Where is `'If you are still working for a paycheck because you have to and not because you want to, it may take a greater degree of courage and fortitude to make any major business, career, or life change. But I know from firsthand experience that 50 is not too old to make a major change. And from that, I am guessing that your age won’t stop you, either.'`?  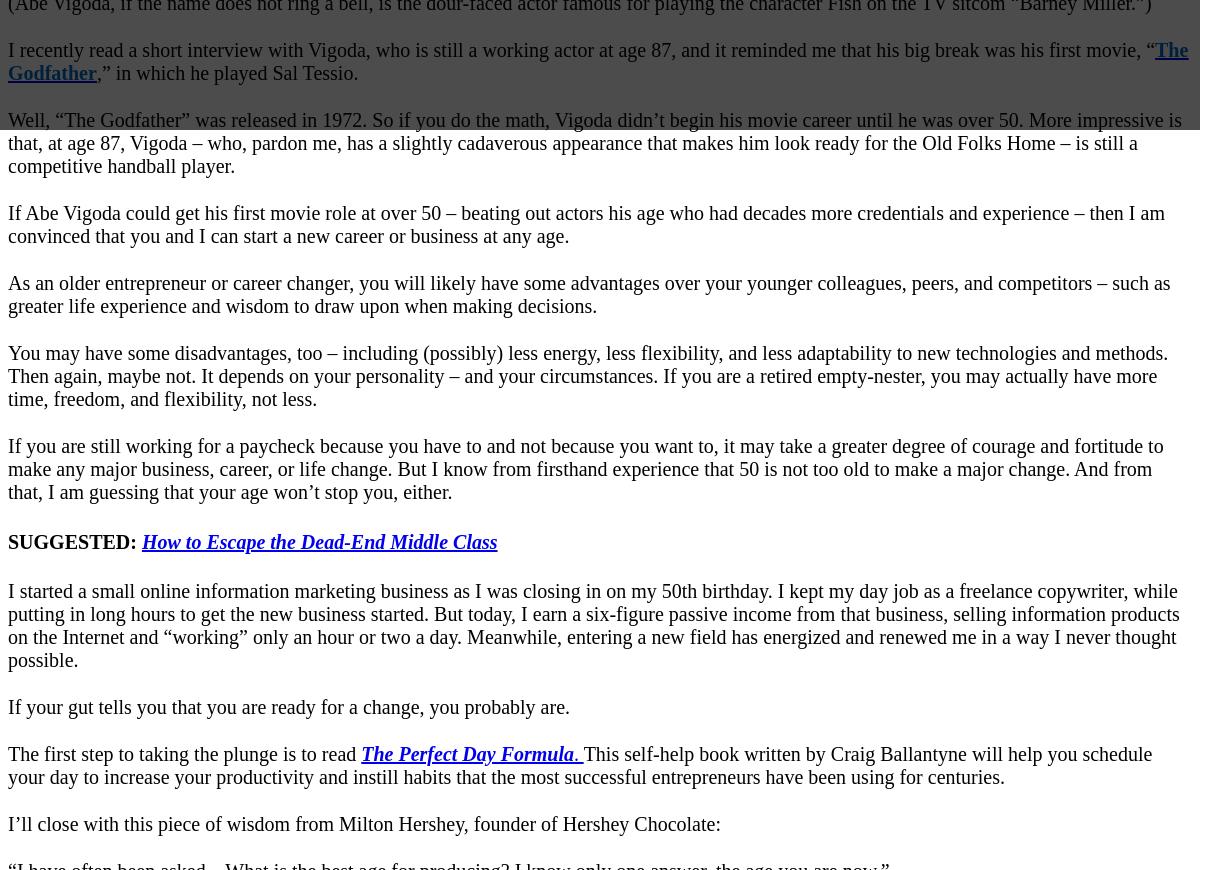 'If you are still working for a paycheck because you have to and not because you want to, it may take a greater degree of courage and fortitude to make any major business, career, or life change. But I know from firsthand experience that 50 is not too old to make a major change. And from that, I am guessing that your age won’t stop you, either.' is located at coordinates (584, 468).